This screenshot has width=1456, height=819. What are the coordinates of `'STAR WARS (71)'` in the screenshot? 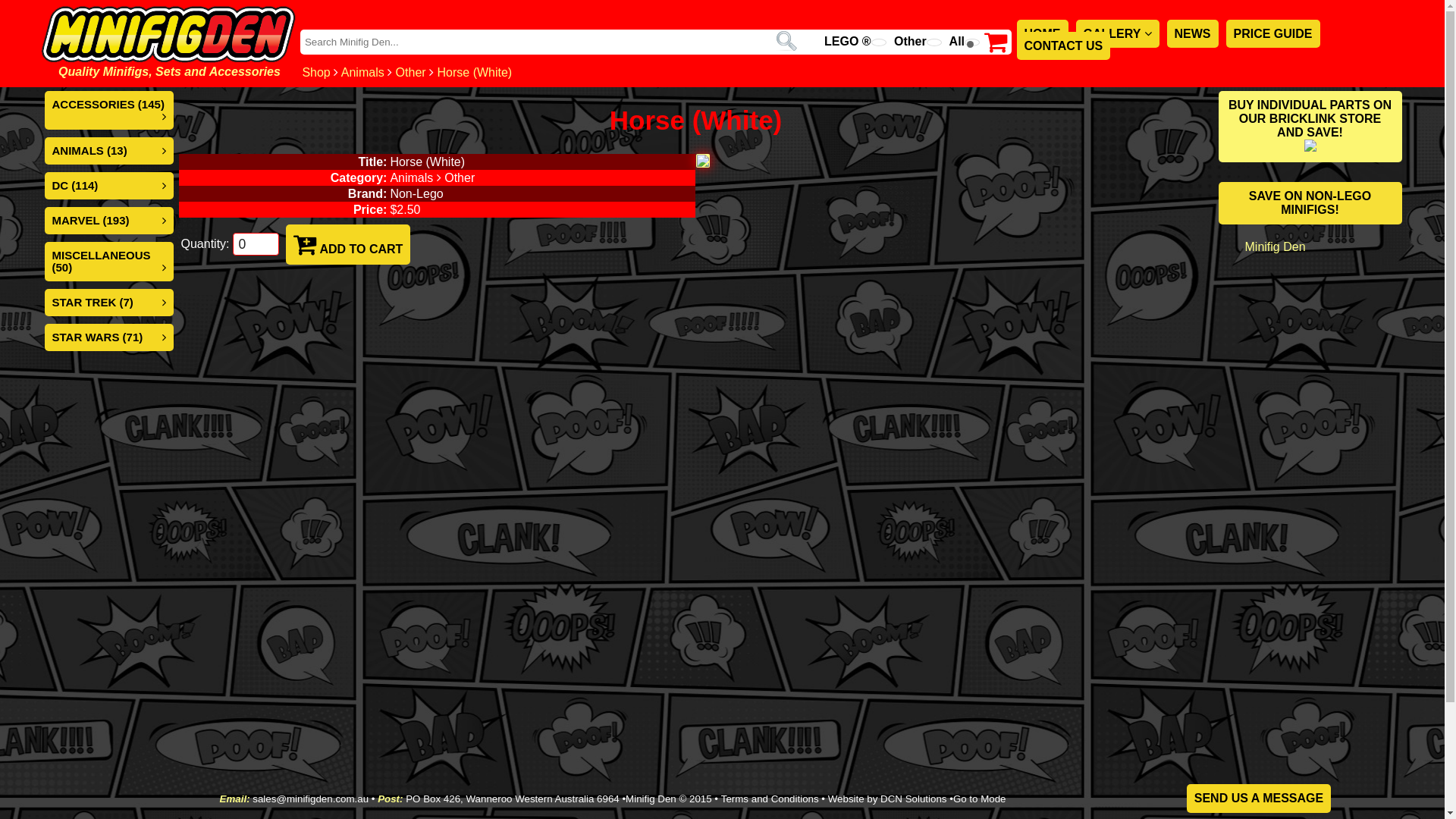 It's located at (96, 336).